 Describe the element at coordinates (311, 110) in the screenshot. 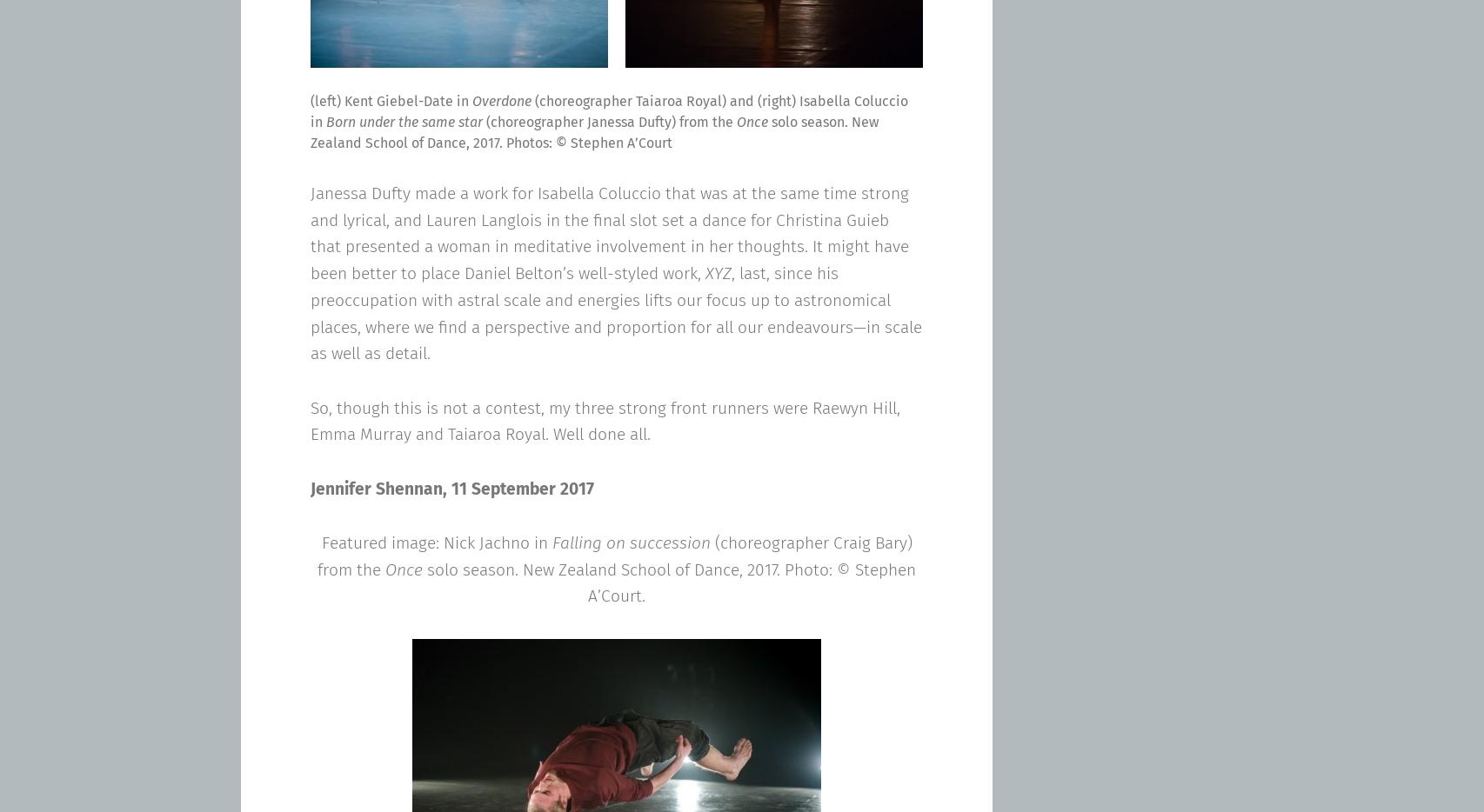

I see `'(choreographer Taiaroa Royal) and (right) Isabella Coluccio in'` at that location.